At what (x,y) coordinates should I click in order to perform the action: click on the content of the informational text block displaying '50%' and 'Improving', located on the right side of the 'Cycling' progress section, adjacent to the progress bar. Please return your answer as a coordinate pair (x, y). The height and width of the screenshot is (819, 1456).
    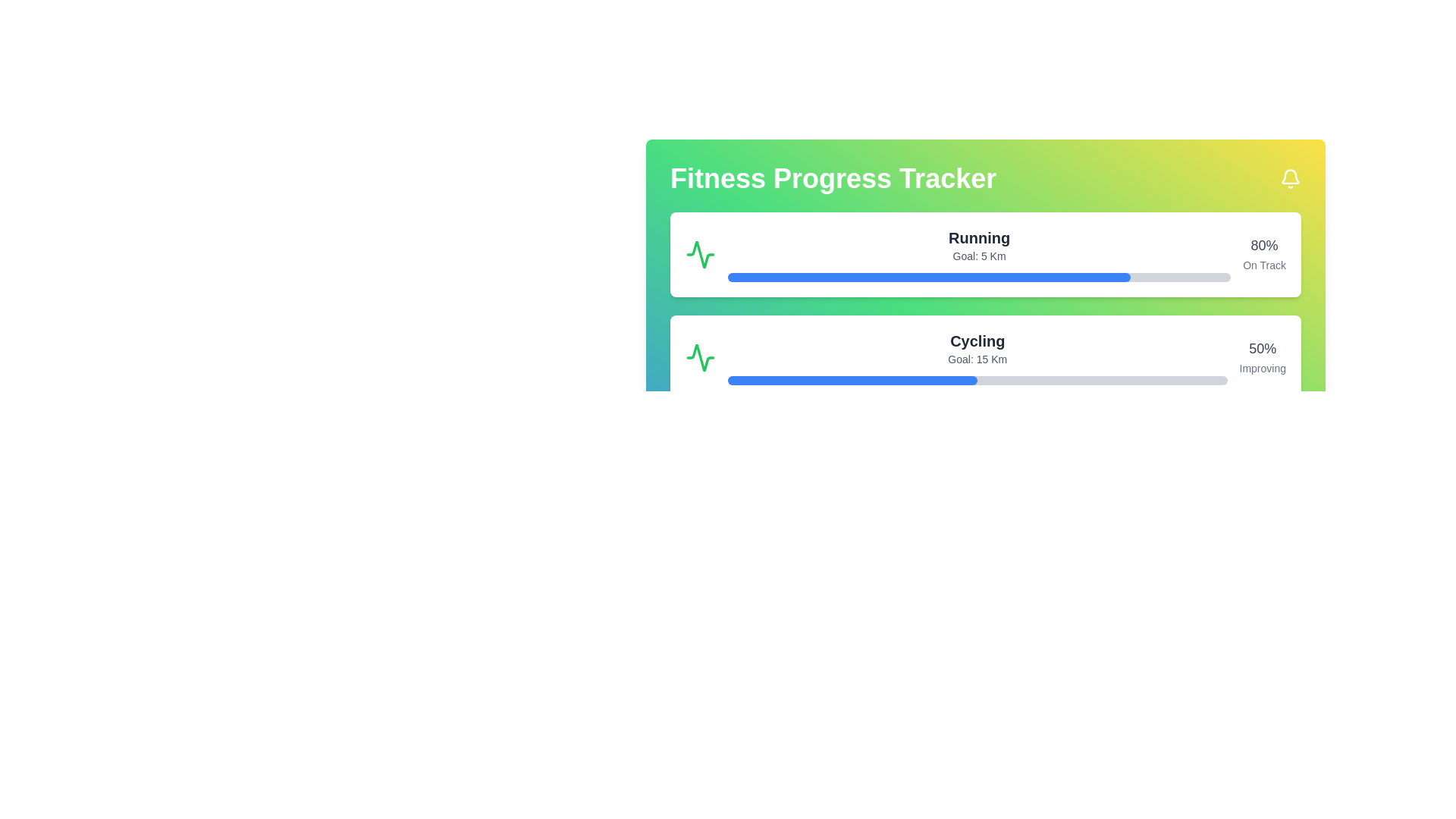
    Looking at the image, I should click on (1263, 357).